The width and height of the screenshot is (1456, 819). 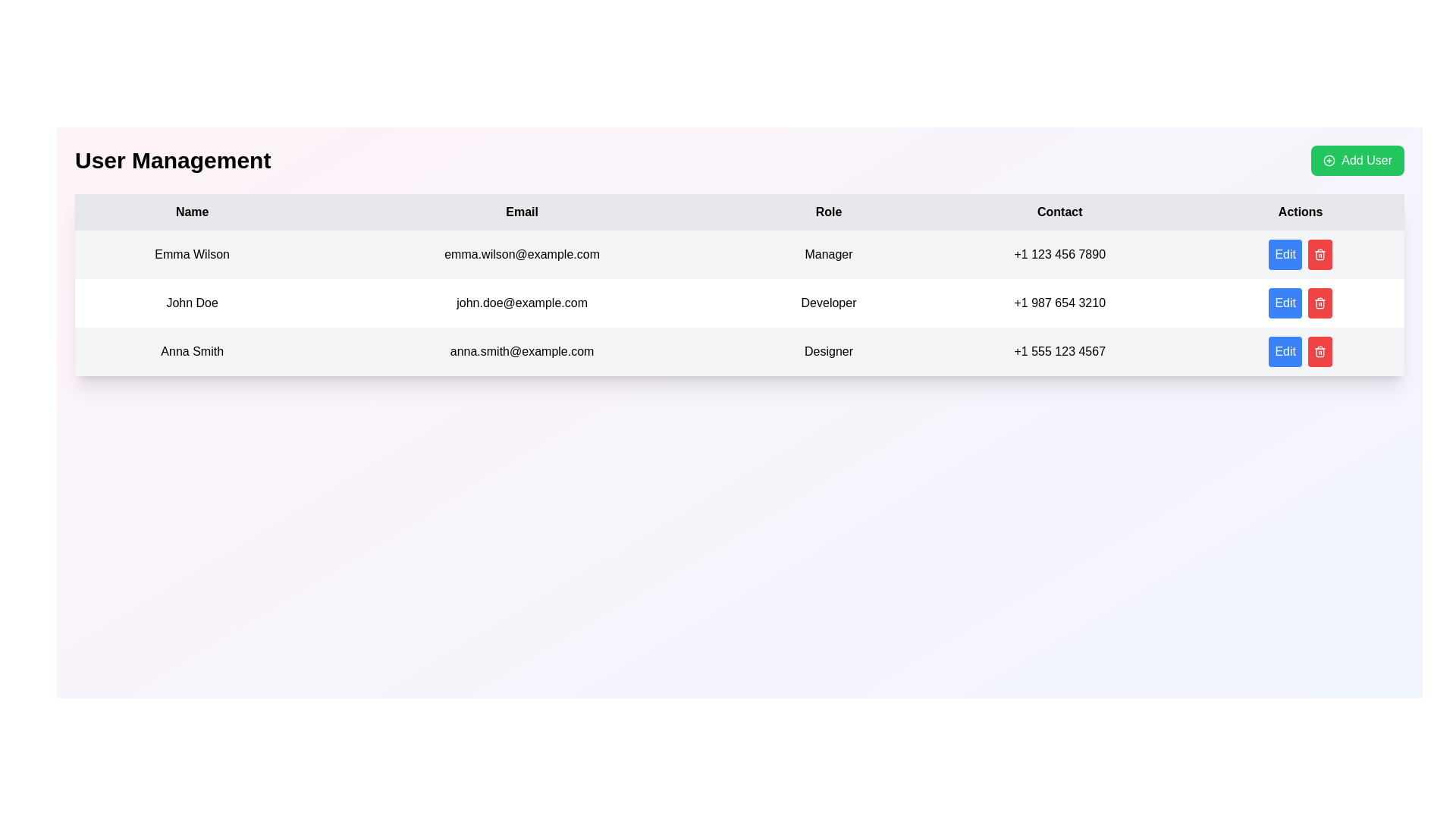 I want to click on the edit button located in the 'Actions' column of the second row of the table, so click(x=1285, y=303).